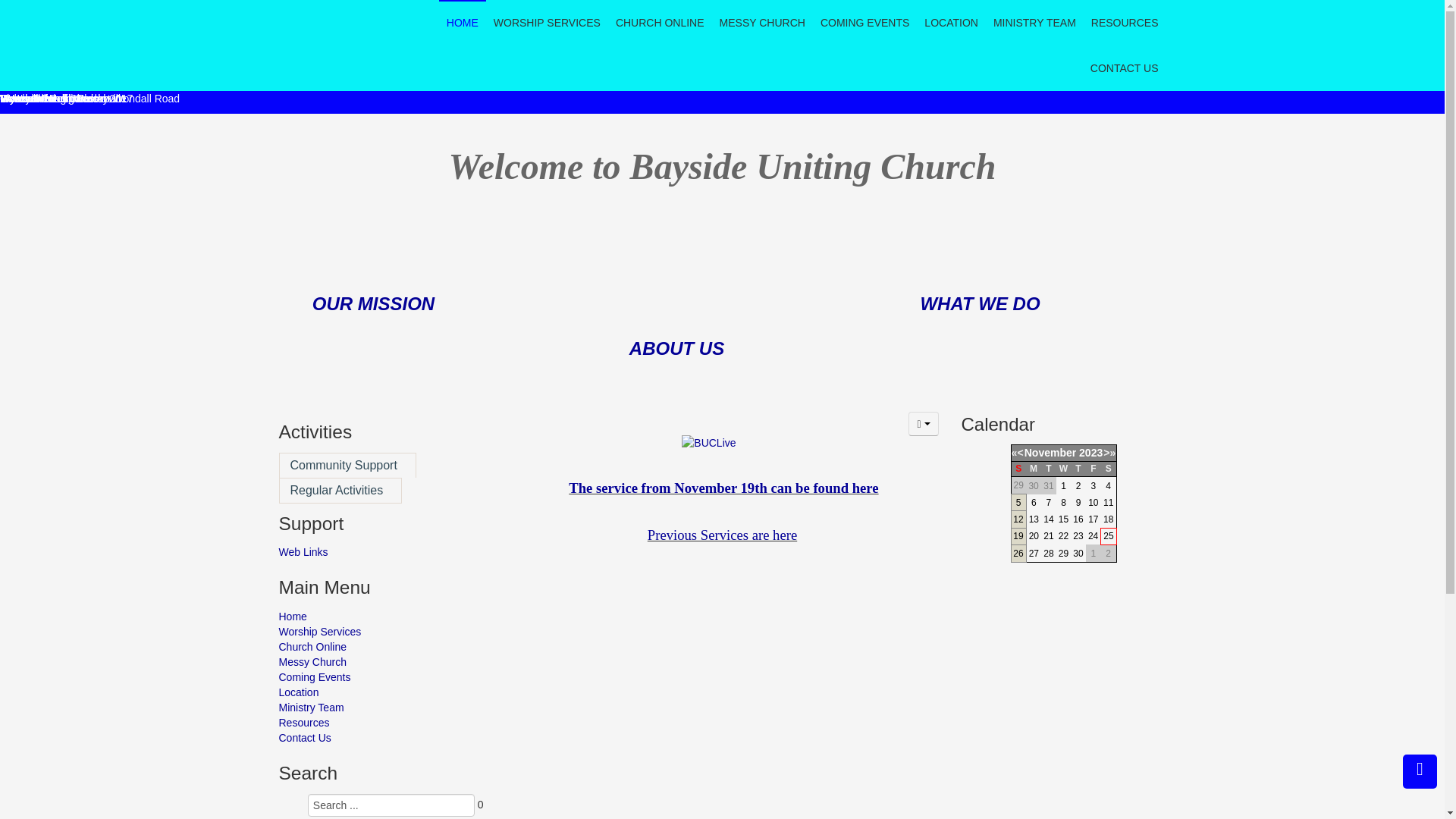  I want to click on '26', so click(1018, 553).